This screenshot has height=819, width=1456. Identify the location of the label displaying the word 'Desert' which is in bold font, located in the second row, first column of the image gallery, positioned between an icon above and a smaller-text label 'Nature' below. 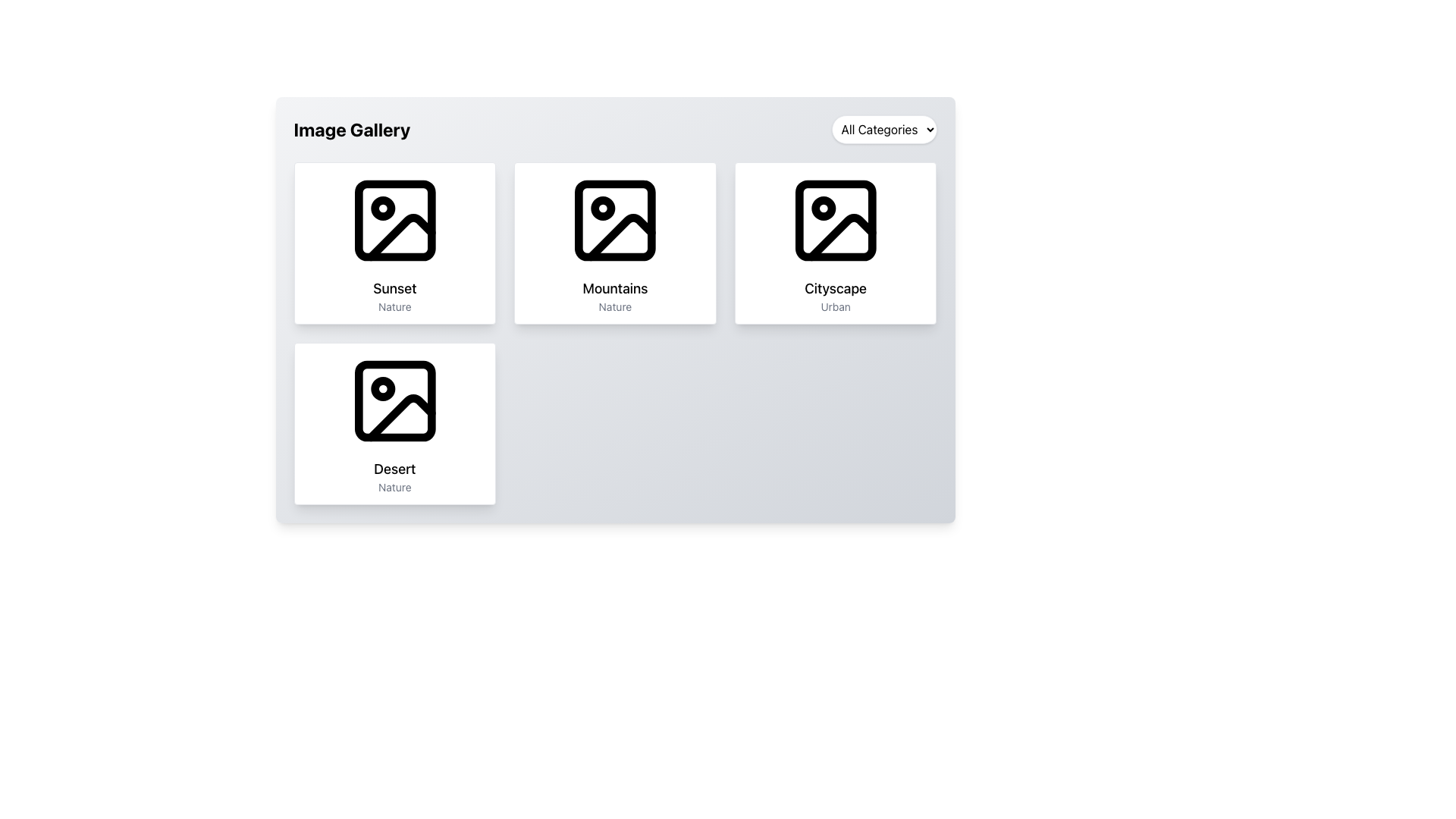
(394, 468).